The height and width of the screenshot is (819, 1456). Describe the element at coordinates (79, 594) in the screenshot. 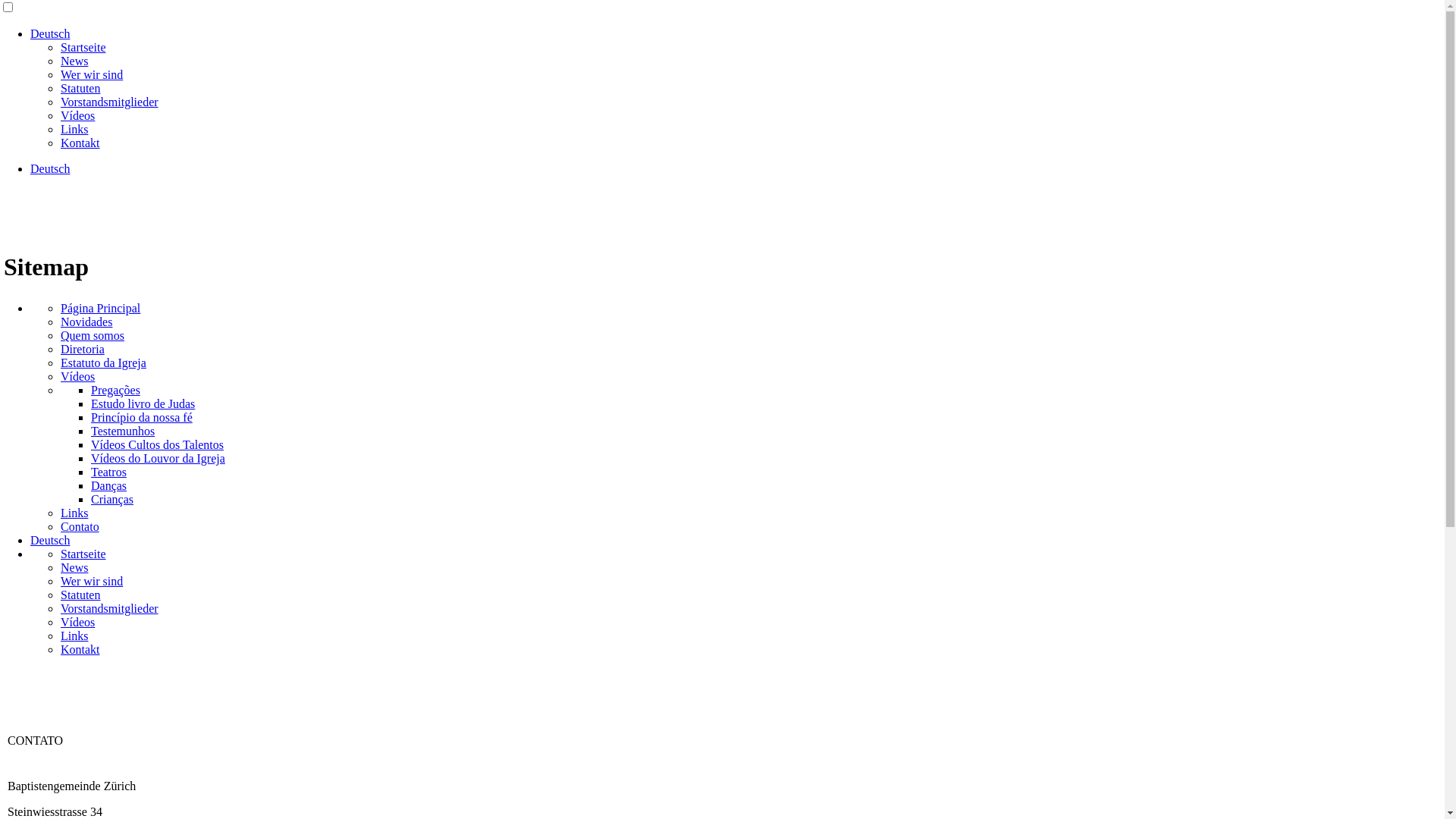

I see `'Statuten'` at that location.